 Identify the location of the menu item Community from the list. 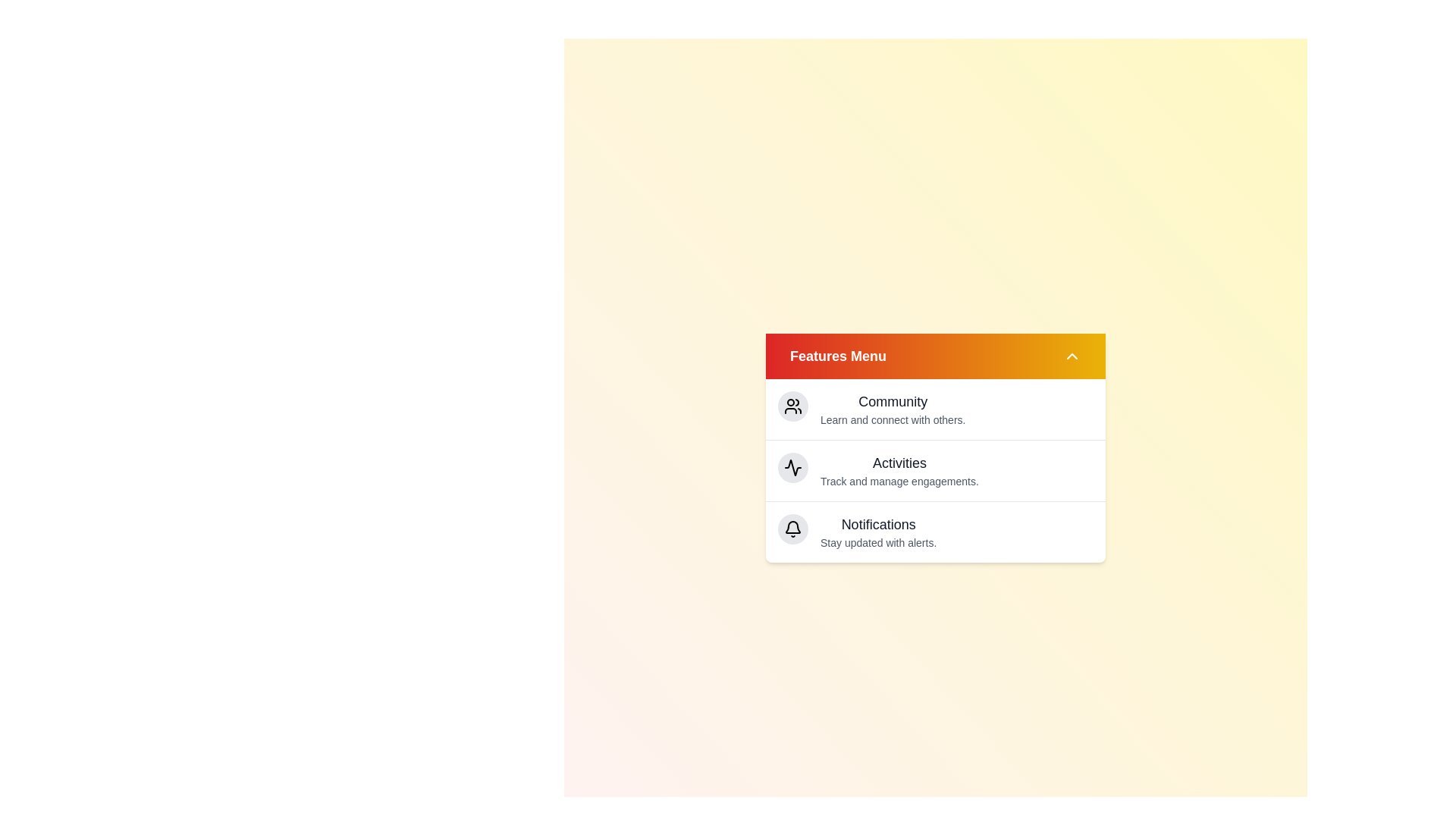
(892, 400).